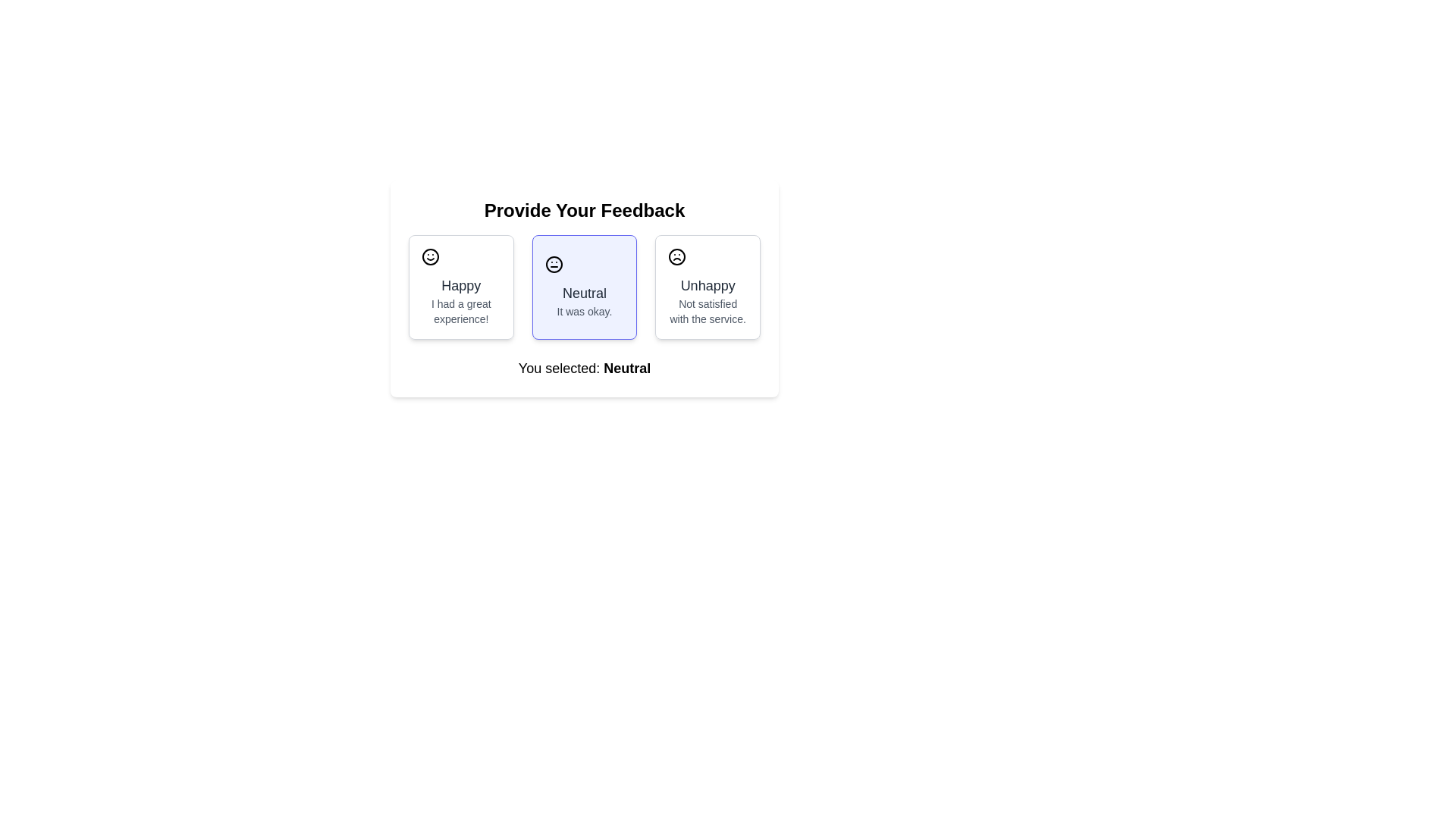 Image resolution: width=1456 pixels, height=819 pixels. Describe the element at coordinates (584, 311) in the screenshot. I see `descriptive text label for the 'Neutral' feedback option, which is centrally positioned under the 'Neutral' label and icon` at that location.